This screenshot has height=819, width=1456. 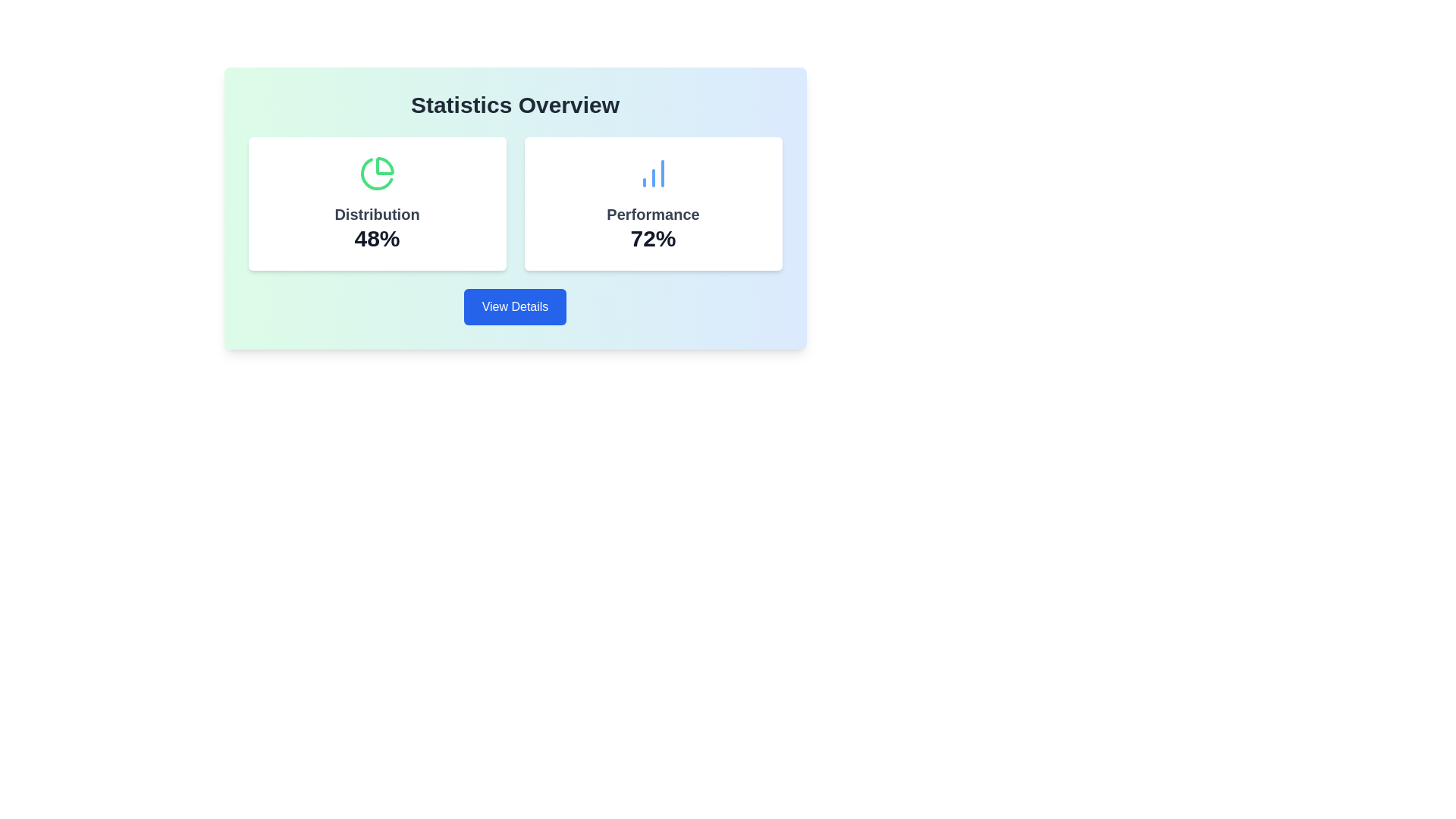 What do you see at coordinates (515, 104) in the screenshot?
I see `the bold heading titled 'Statistics Overview' which is positioned at the top center of its card layout` at bounding box center [515, 104].